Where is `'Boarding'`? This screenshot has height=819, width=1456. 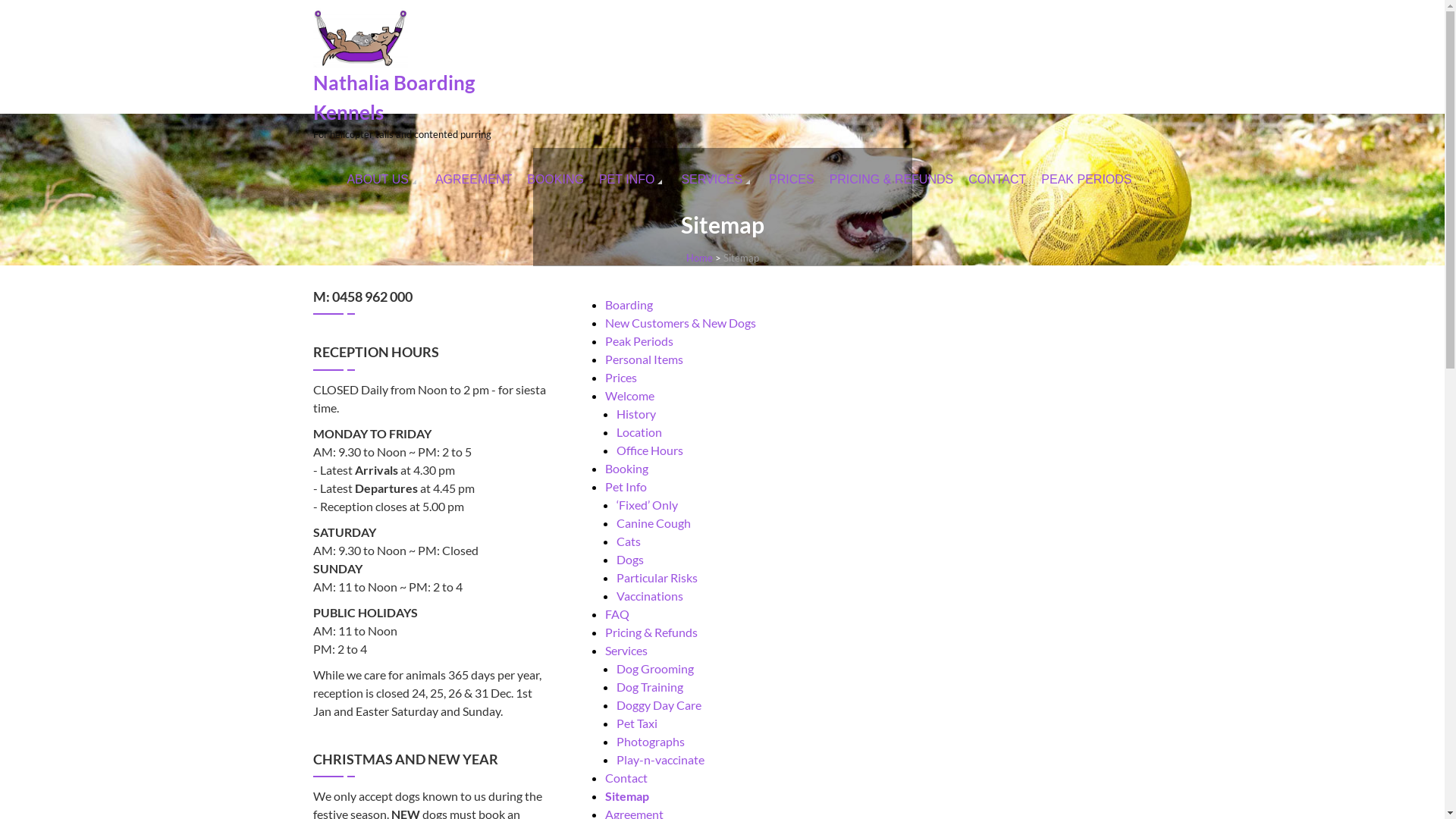 'Boarding' is located at coordinates (629, 304).